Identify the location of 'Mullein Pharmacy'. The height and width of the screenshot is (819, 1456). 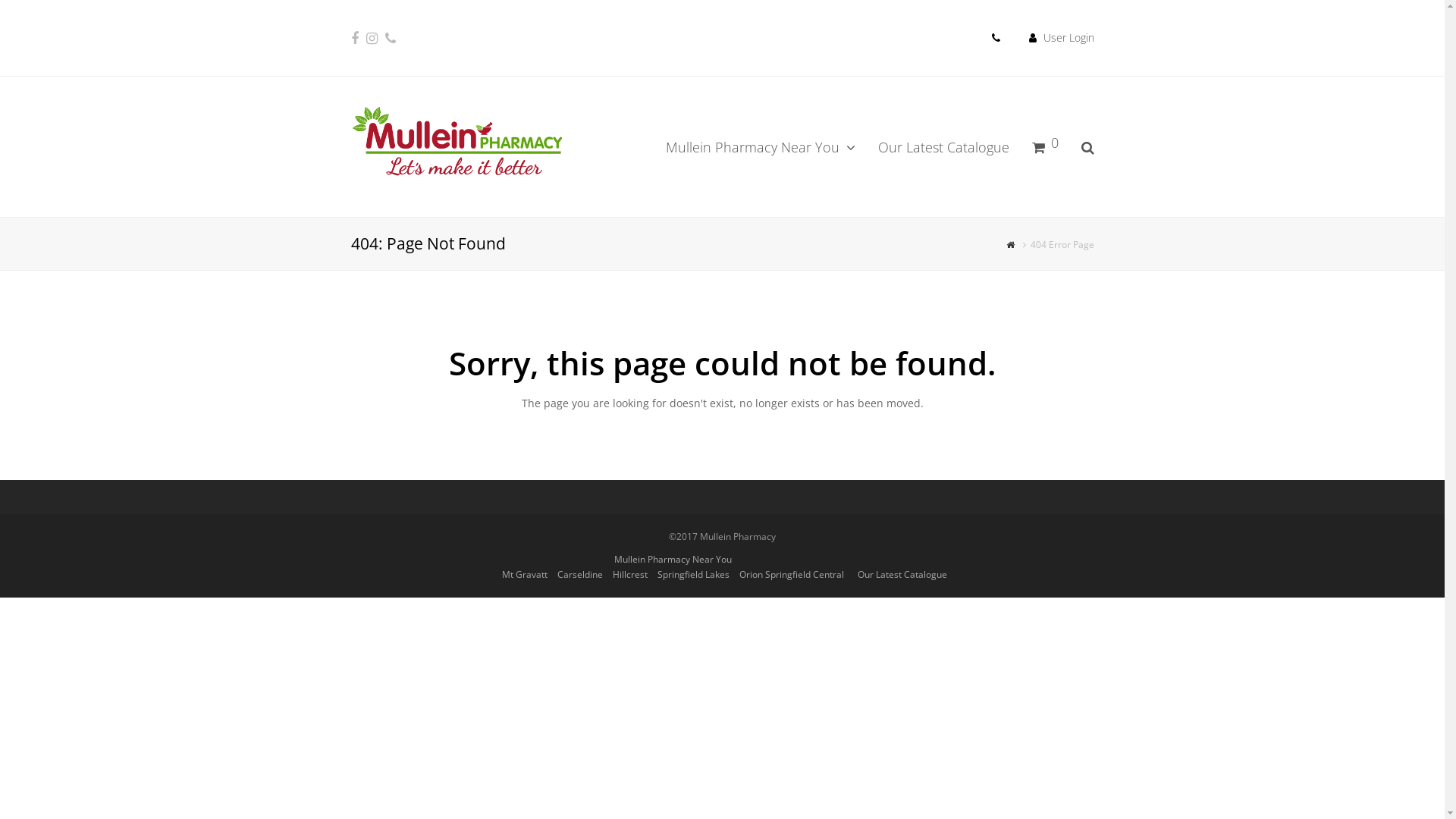
(455, 143).